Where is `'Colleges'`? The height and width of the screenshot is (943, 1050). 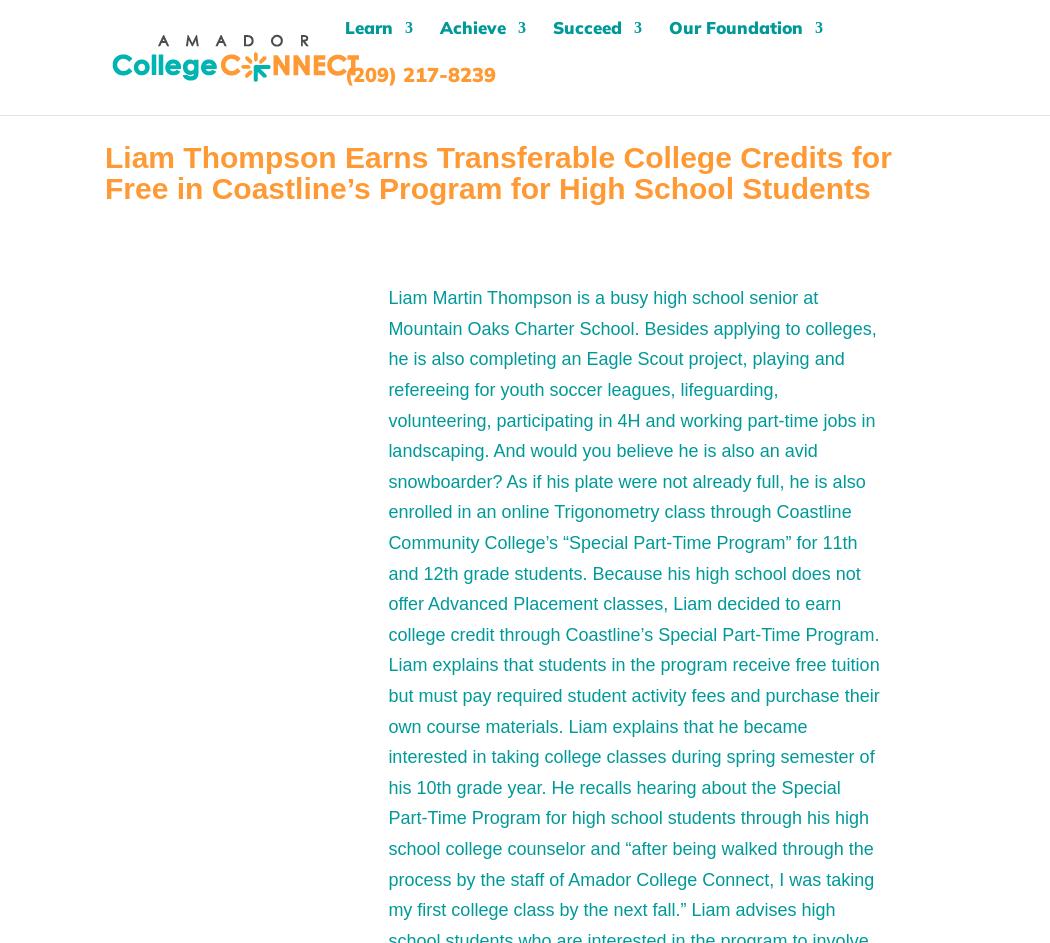 'Colleges' is located at coordinates (405, 118).